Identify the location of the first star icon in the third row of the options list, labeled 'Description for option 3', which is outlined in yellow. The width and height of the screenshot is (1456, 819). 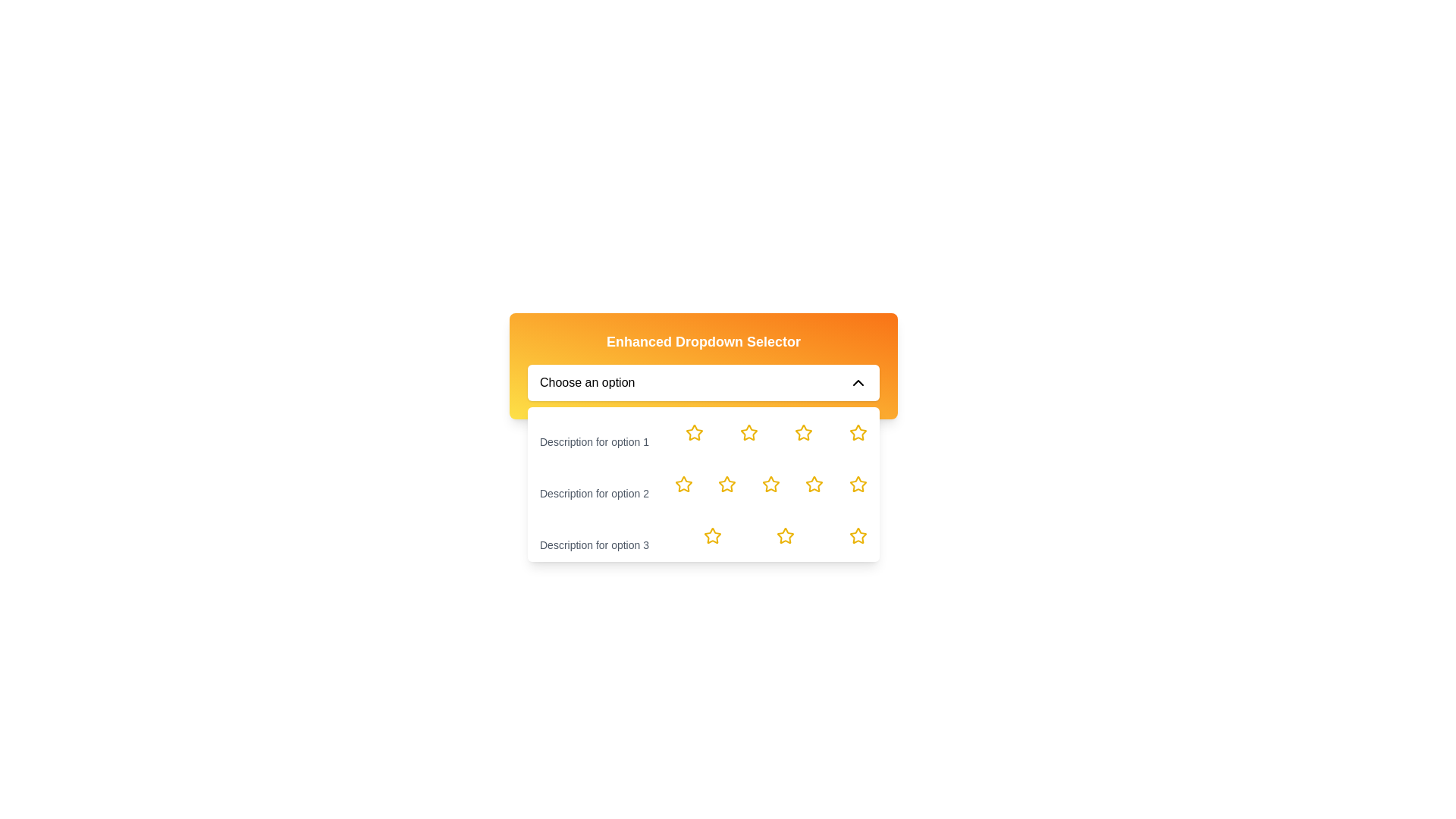
(712, 535).